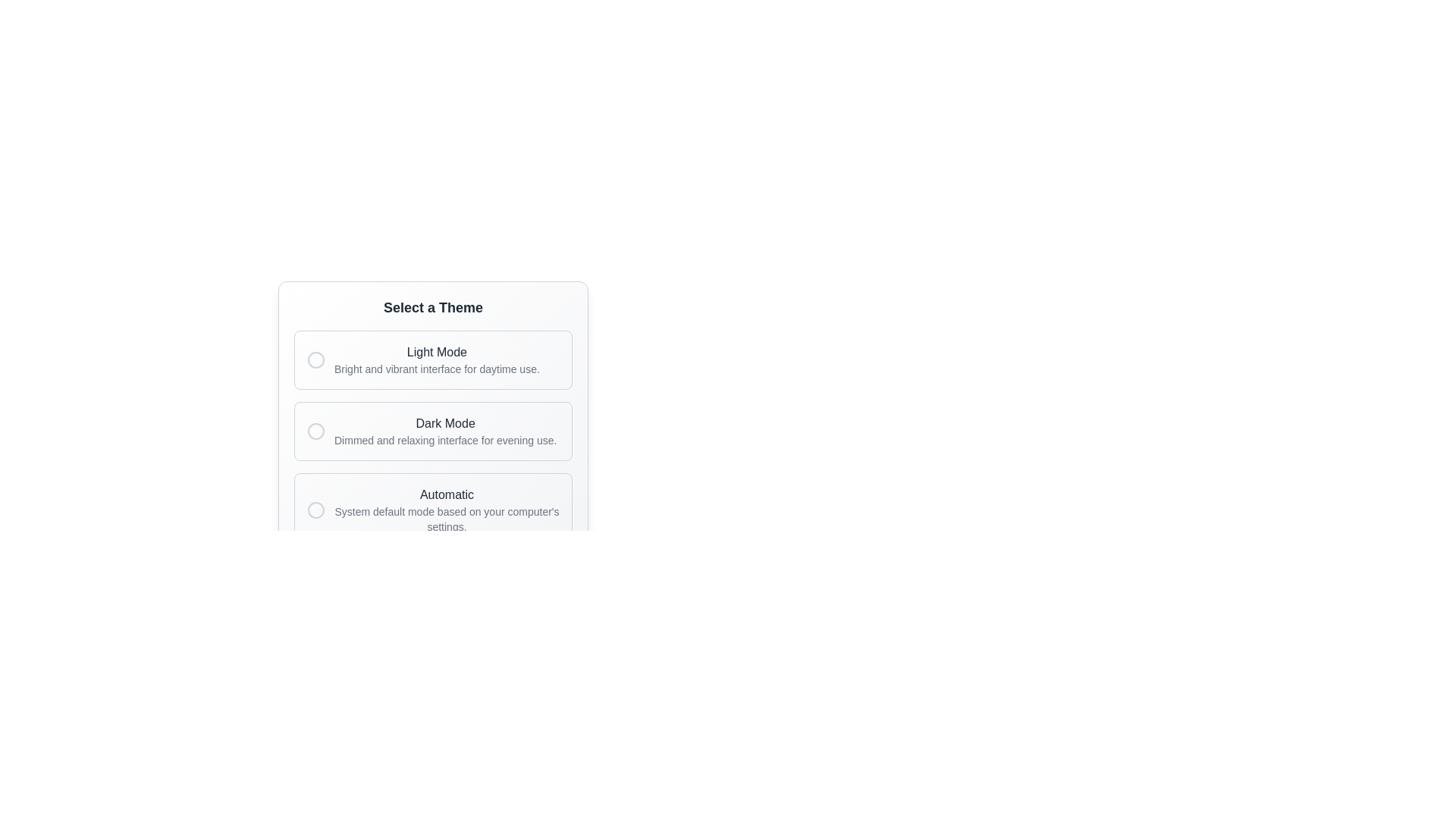  What do you see at coordinates (436, 369) in the screenshot?
I see `the explanatory Text Label for the 'Light Mode' option, which provides additional context about this choice located centrally beneath the title 'Light Mode'` at bounding box center [436, 369].